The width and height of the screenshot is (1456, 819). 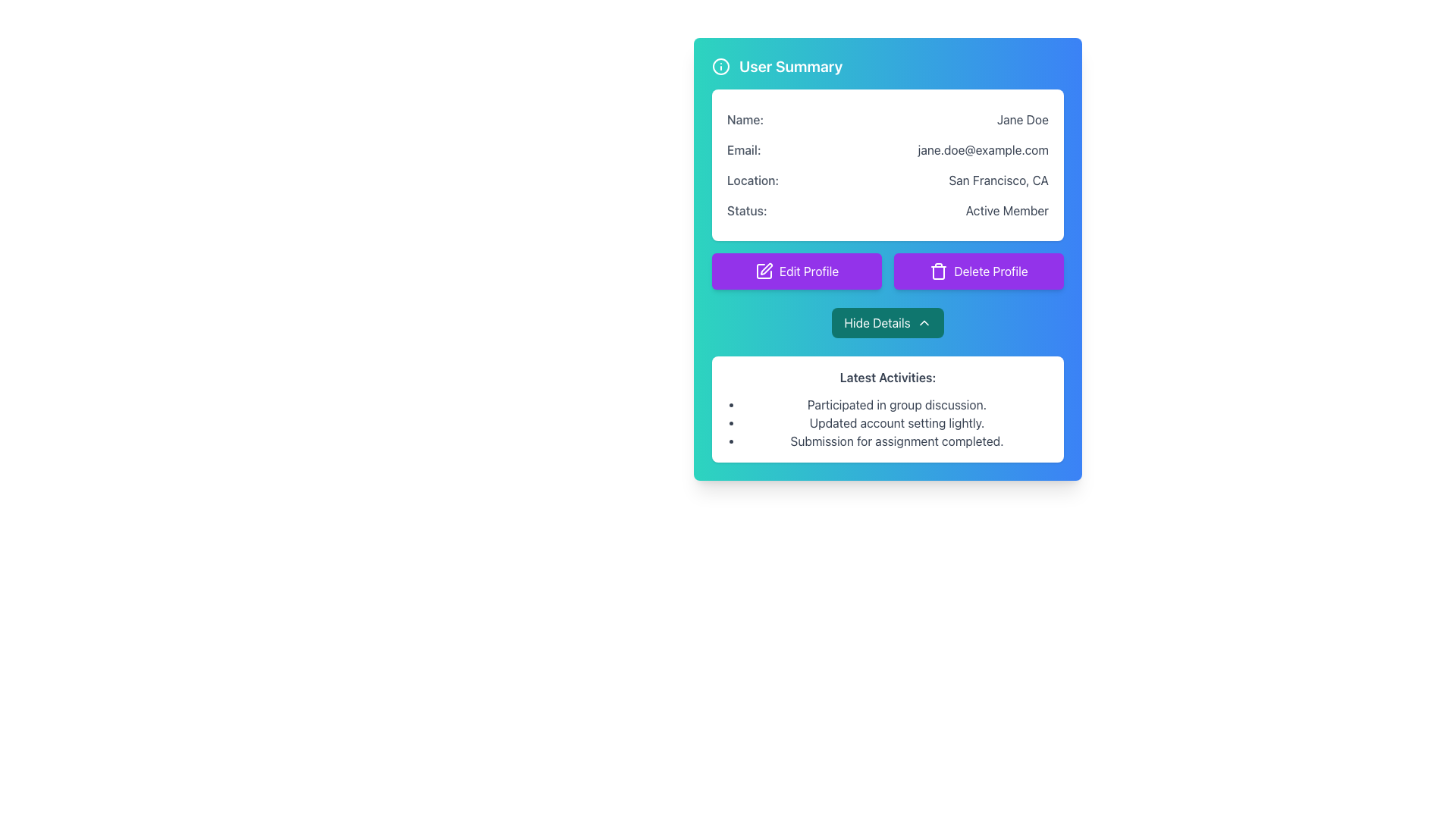 What do you see at coordinates (790, 66) in the screenshot?
I see `the 'User Summary' text label, which is displayed in a bold and large font against a gradient blue background in the top-left section of the user information card interface` at bounding box center [790, 66].